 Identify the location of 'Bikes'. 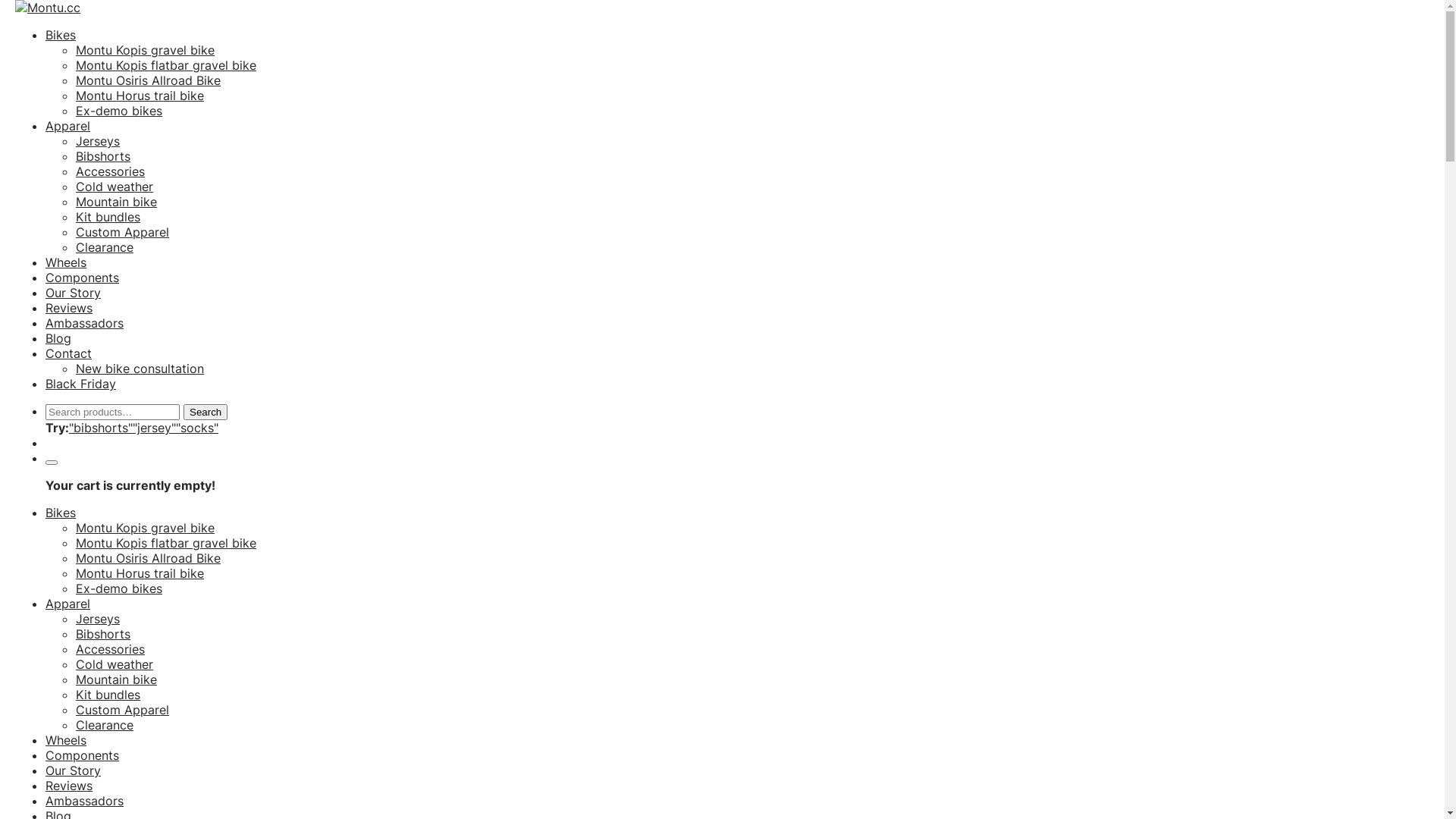
(45, 34).